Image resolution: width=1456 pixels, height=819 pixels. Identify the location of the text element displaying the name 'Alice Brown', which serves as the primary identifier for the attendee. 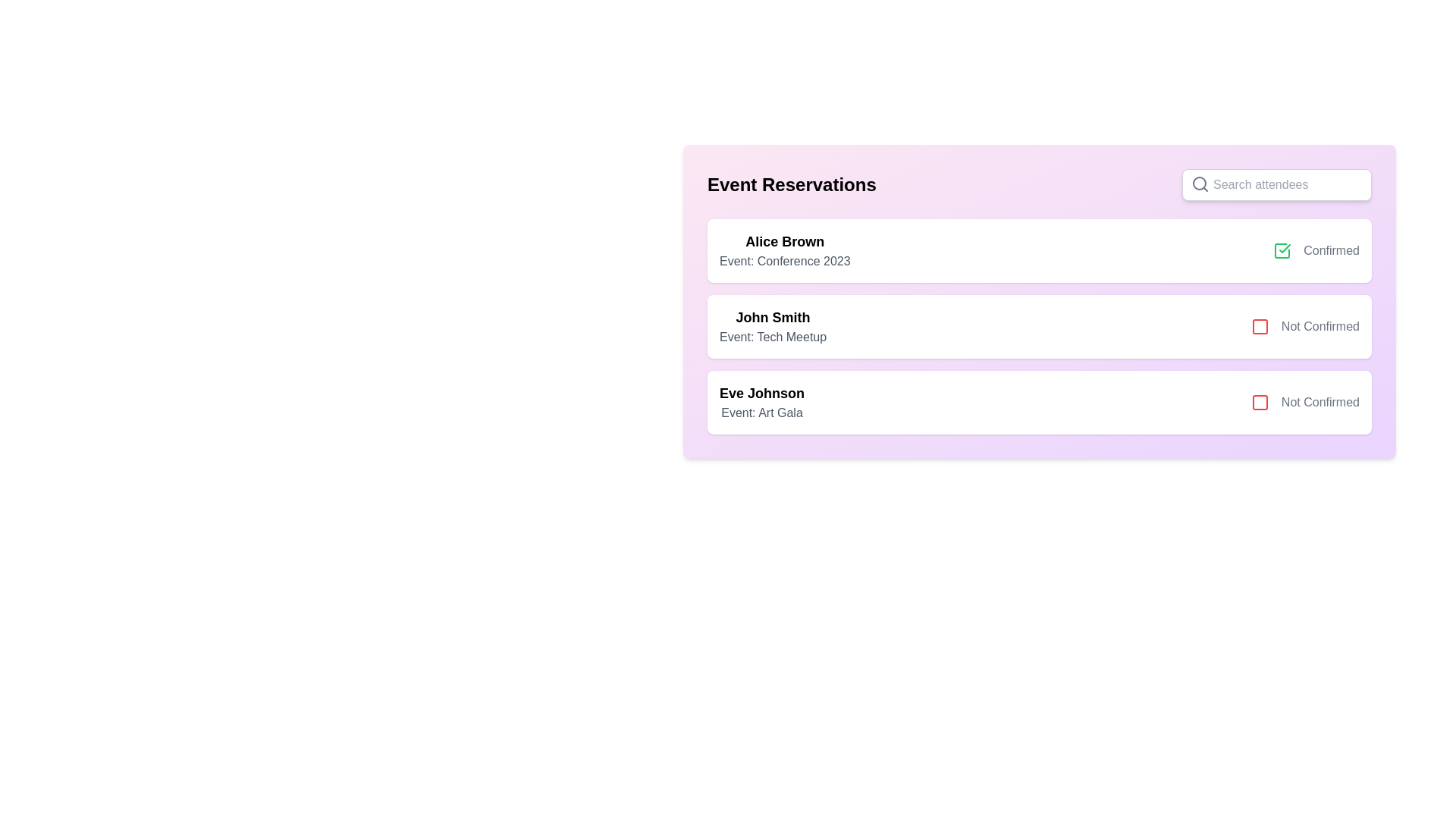
(785, 241).